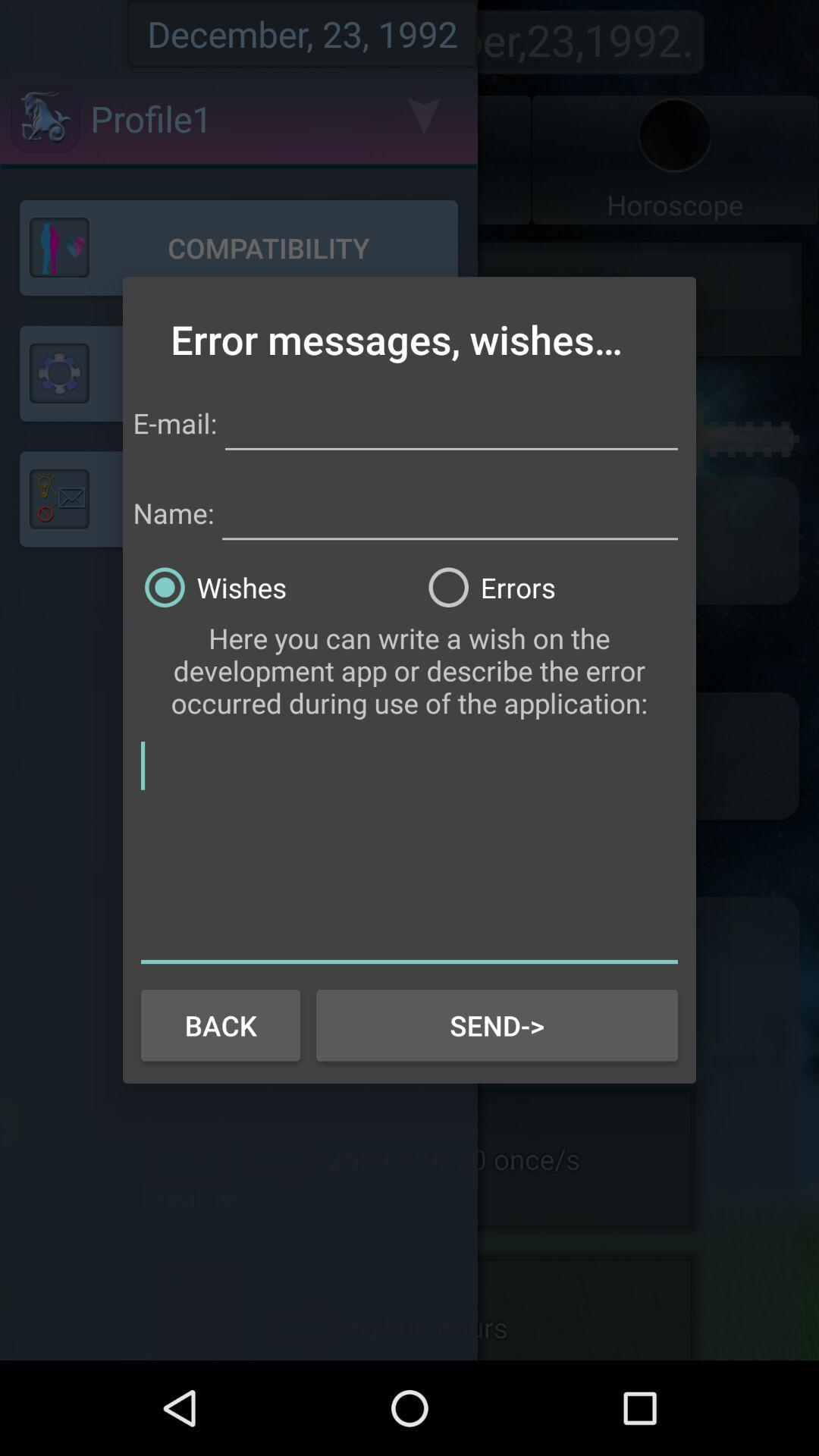 The width and height of the screenshot is (819, 1456). Describe the element at coordinates (497, 1025) in the screenshot. I see `the send->` at that location.